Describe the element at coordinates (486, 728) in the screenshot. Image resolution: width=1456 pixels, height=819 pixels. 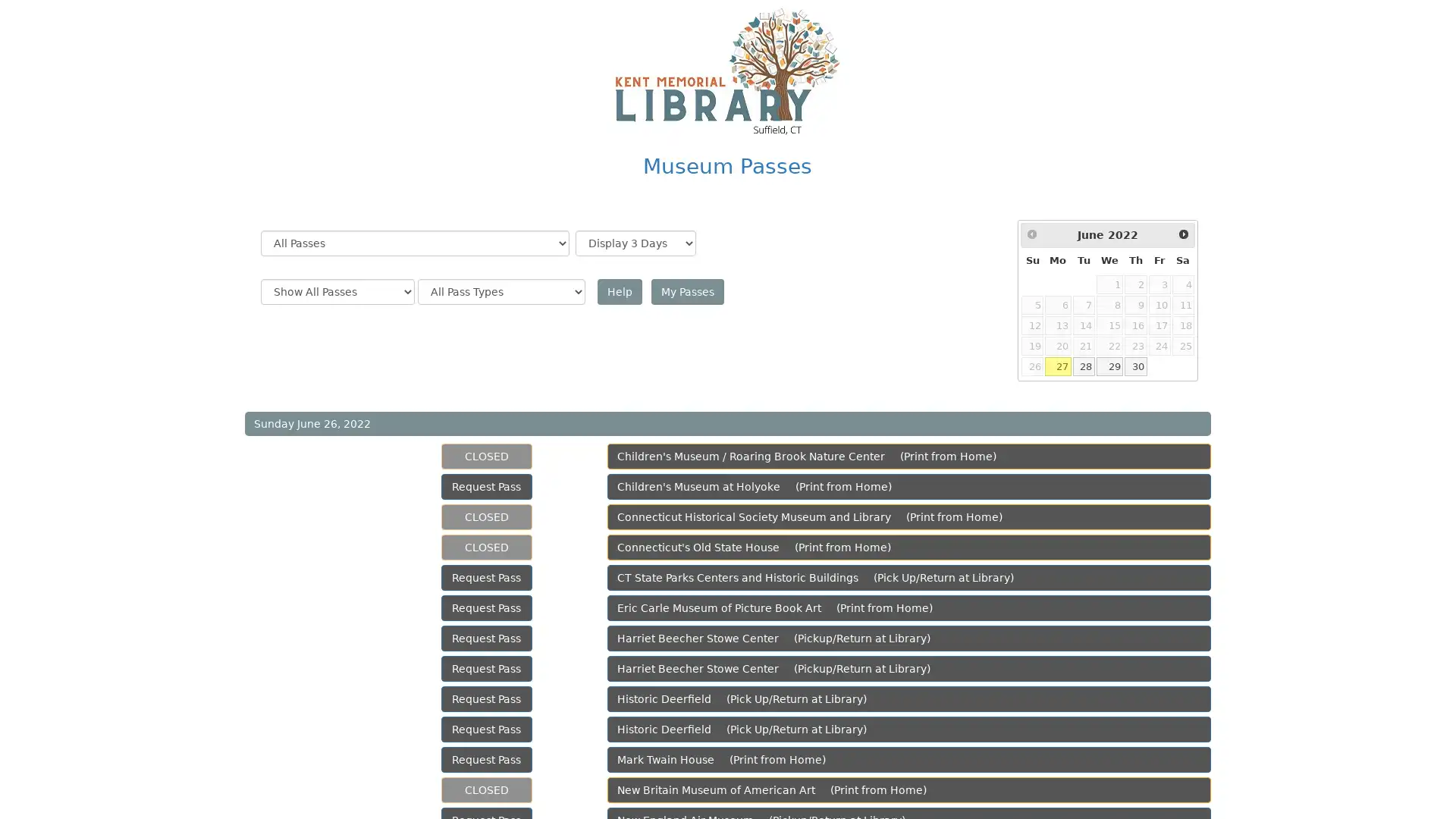
I see `Request Pass` at that location.